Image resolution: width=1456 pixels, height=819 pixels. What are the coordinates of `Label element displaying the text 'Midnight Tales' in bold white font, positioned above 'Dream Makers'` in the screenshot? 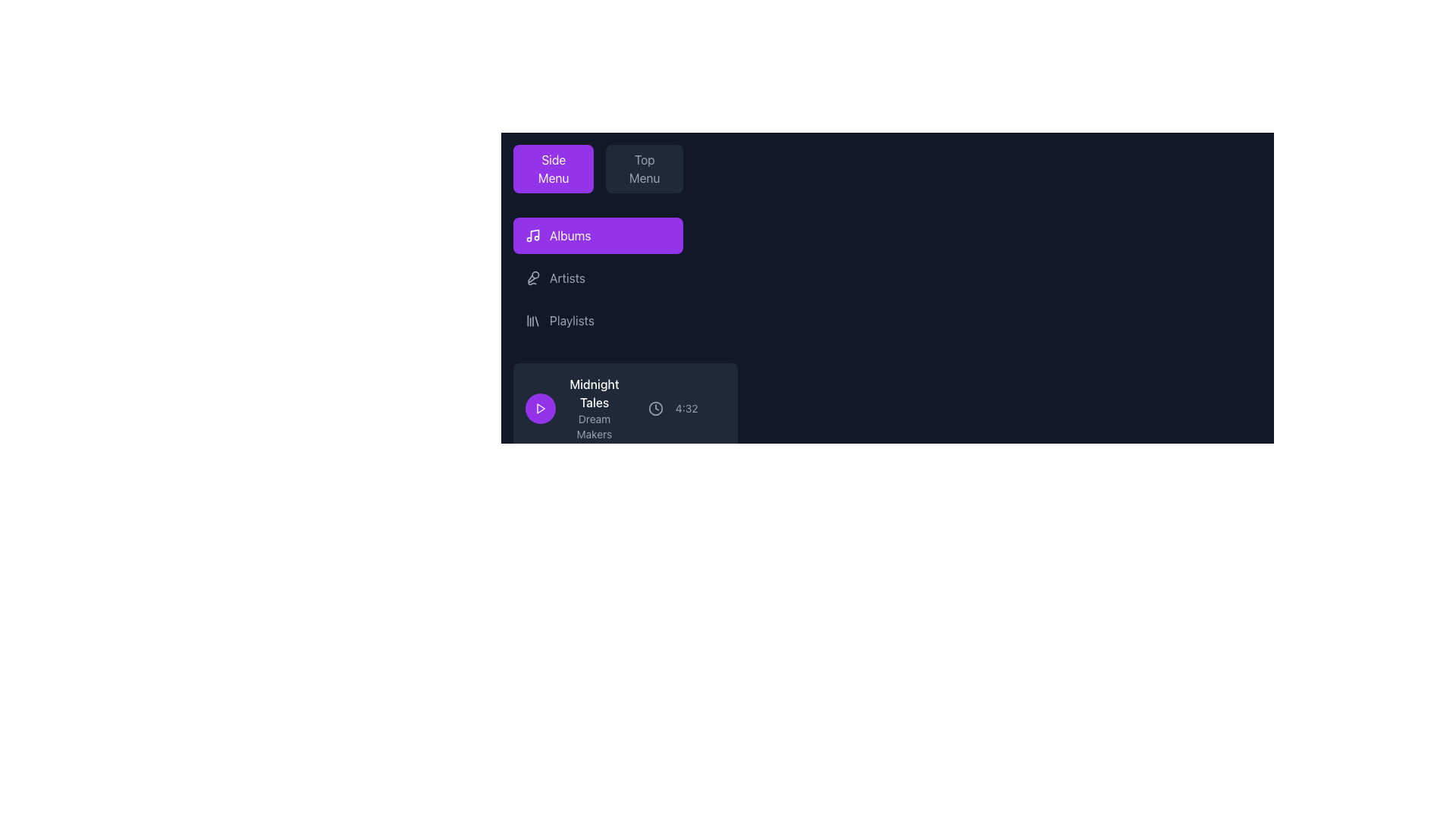 It's located at (593, 393).